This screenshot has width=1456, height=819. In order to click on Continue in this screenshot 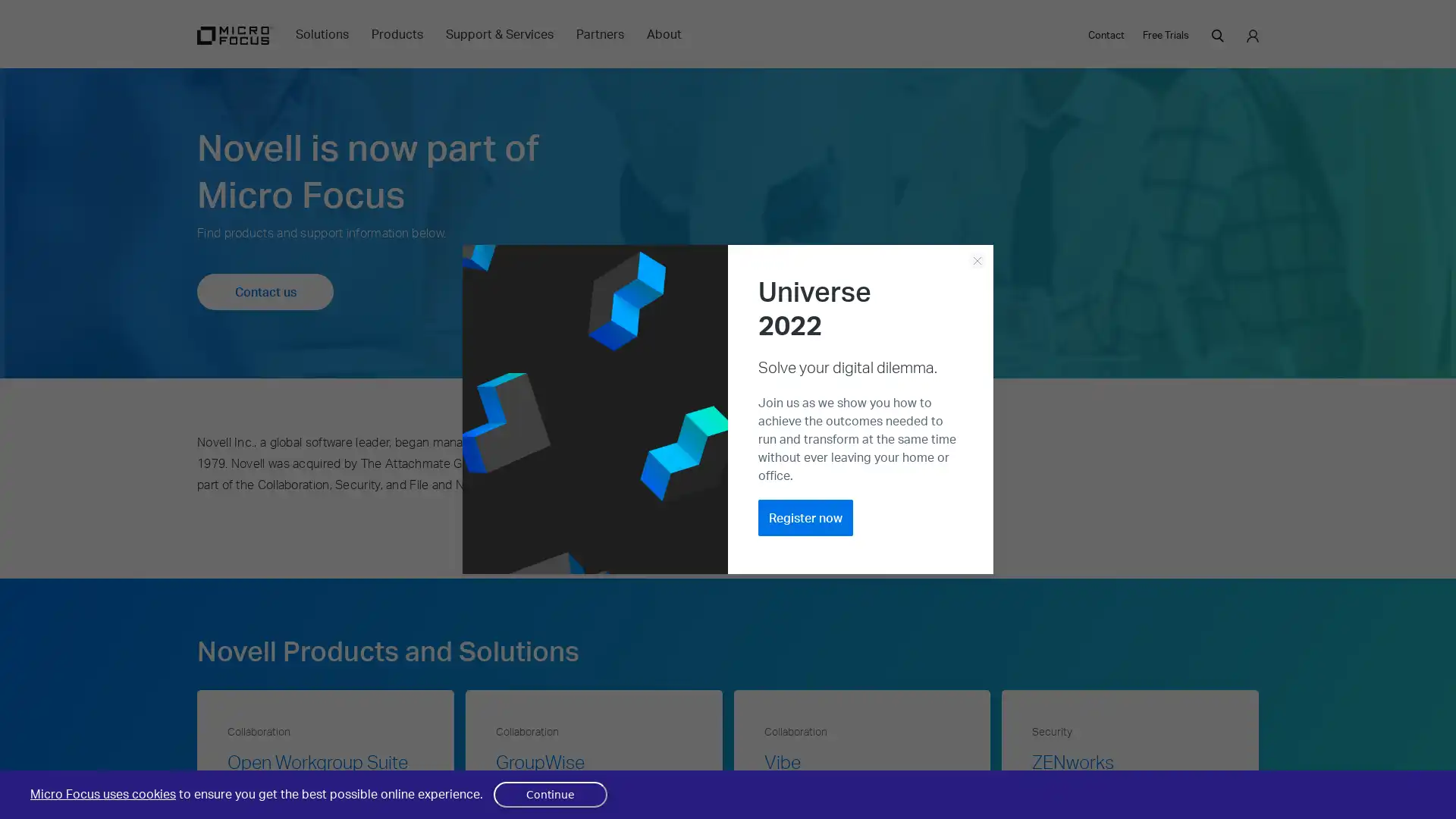, I will do `click(549, 794)`.